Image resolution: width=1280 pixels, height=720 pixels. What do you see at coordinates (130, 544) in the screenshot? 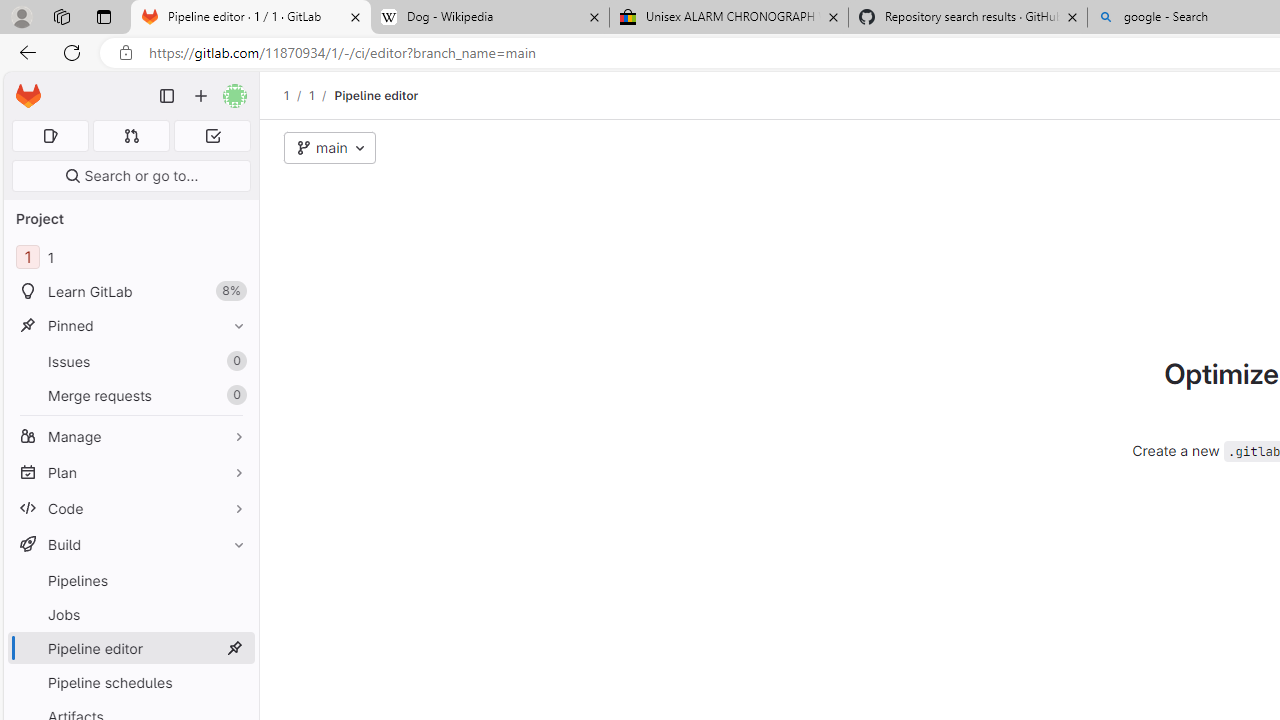
I see `'Build'` at bounding box center [130, 544].